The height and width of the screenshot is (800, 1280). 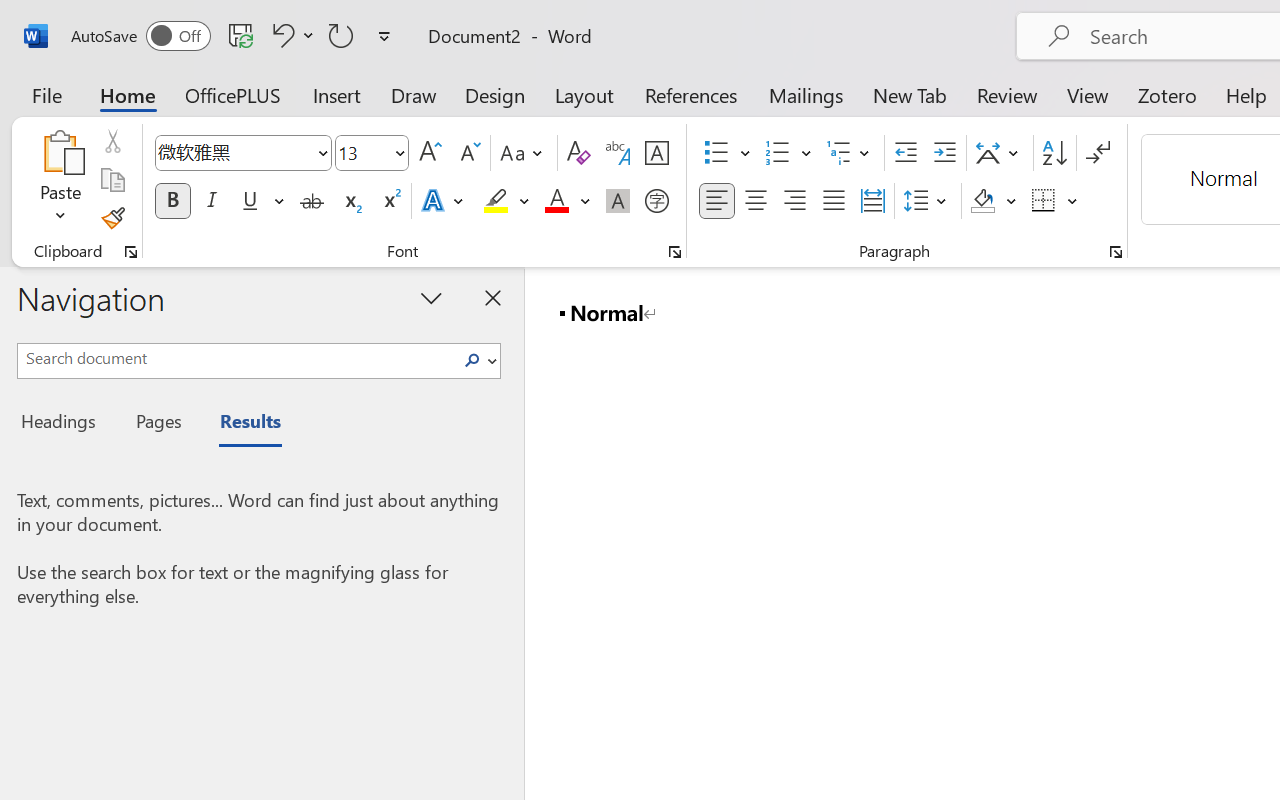 What do you see at coordinates (993, 201) in the screenshot?
I see `'Shading'` at bounding box center [993, 201].